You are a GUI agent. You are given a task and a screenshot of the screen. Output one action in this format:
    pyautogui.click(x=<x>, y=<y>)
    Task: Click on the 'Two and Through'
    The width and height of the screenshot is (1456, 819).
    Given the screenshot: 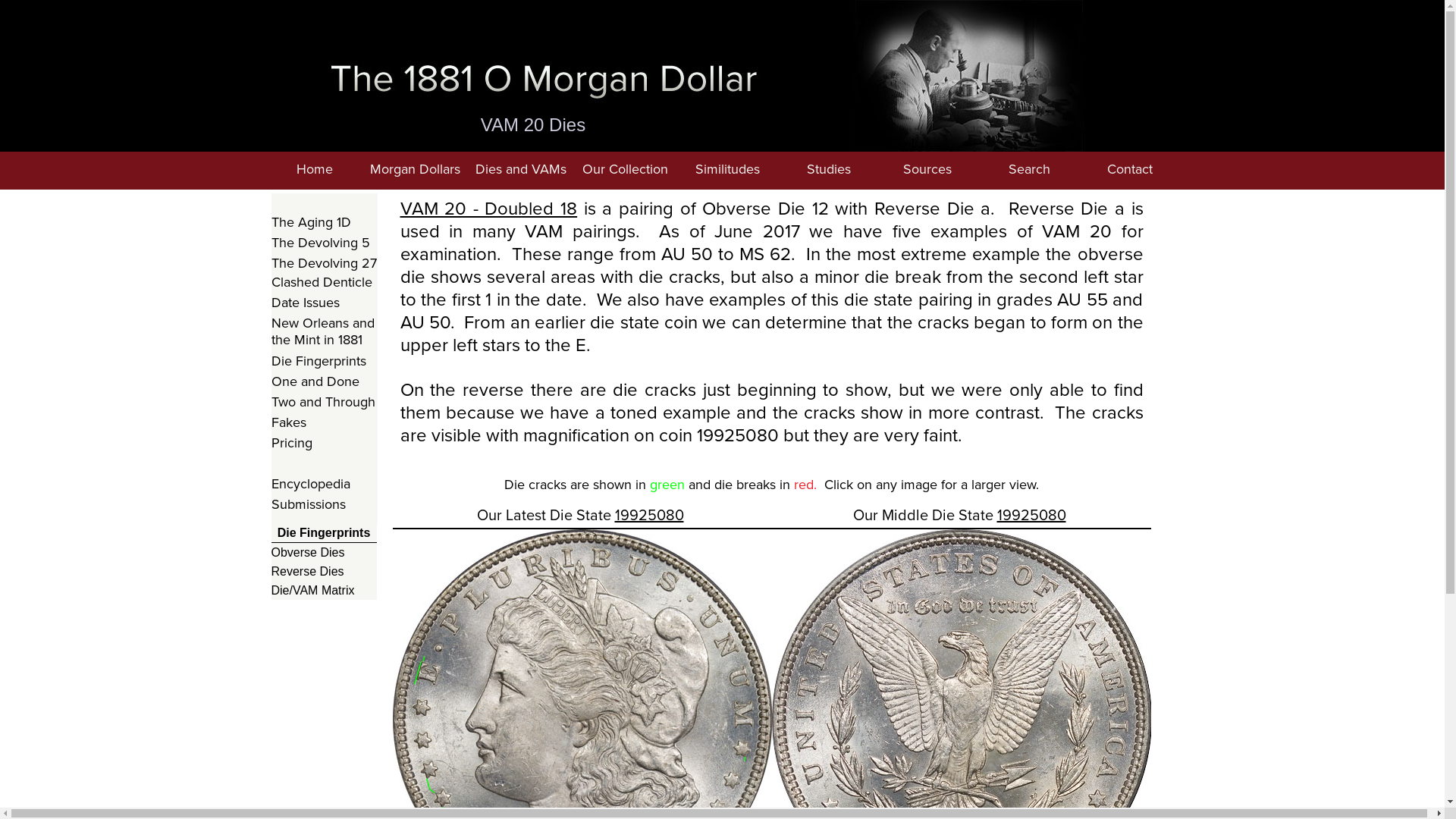 What is the action you would take?
    pyautogui.click(x=323, y=401)
    